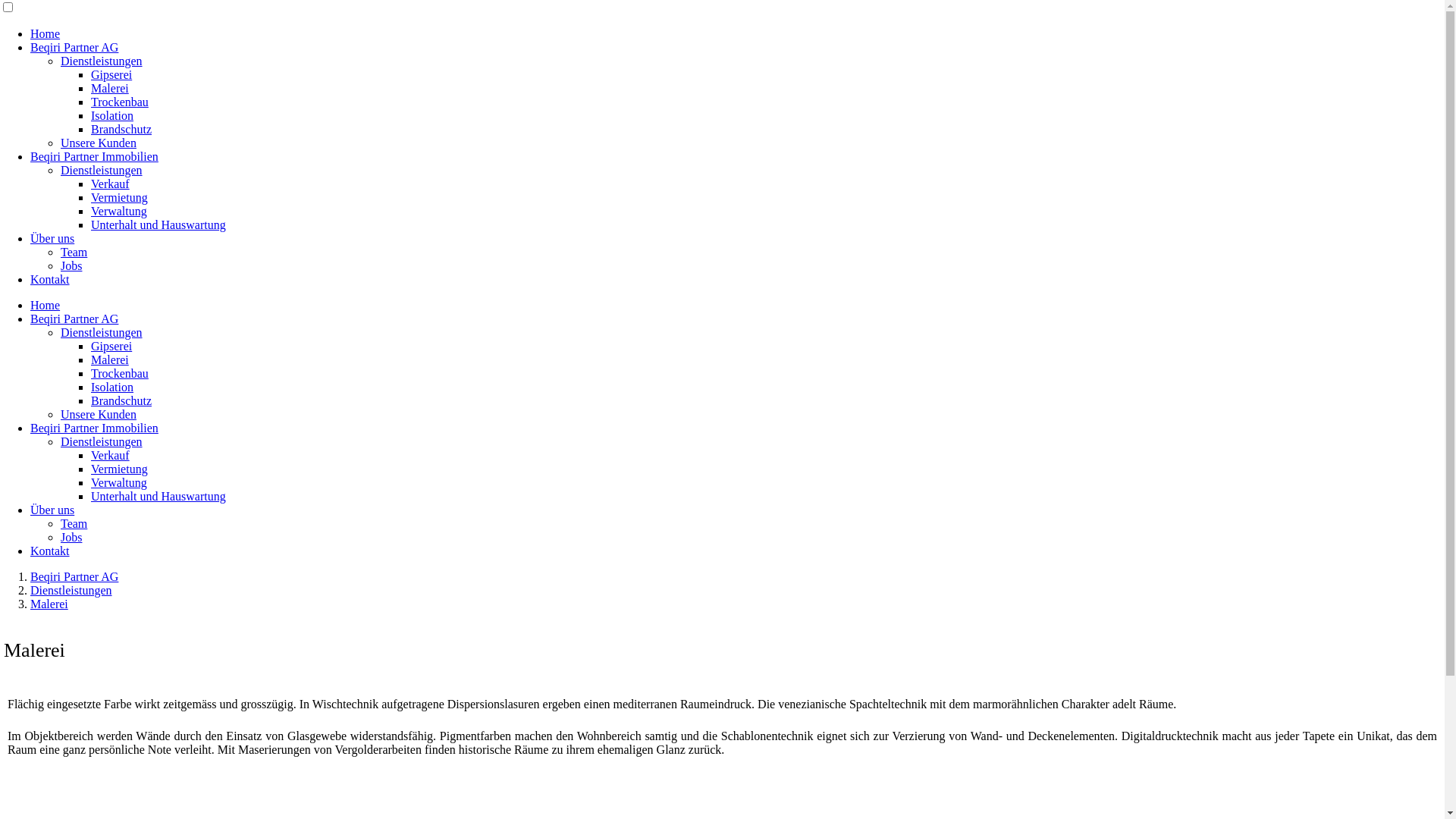 Image resolution: width=1456 pixels, height=819 pixels. What do you see at coordinates (119, 373) in the screenshot?
I see `'Trockenbau'` at bounding box center [119, 373].